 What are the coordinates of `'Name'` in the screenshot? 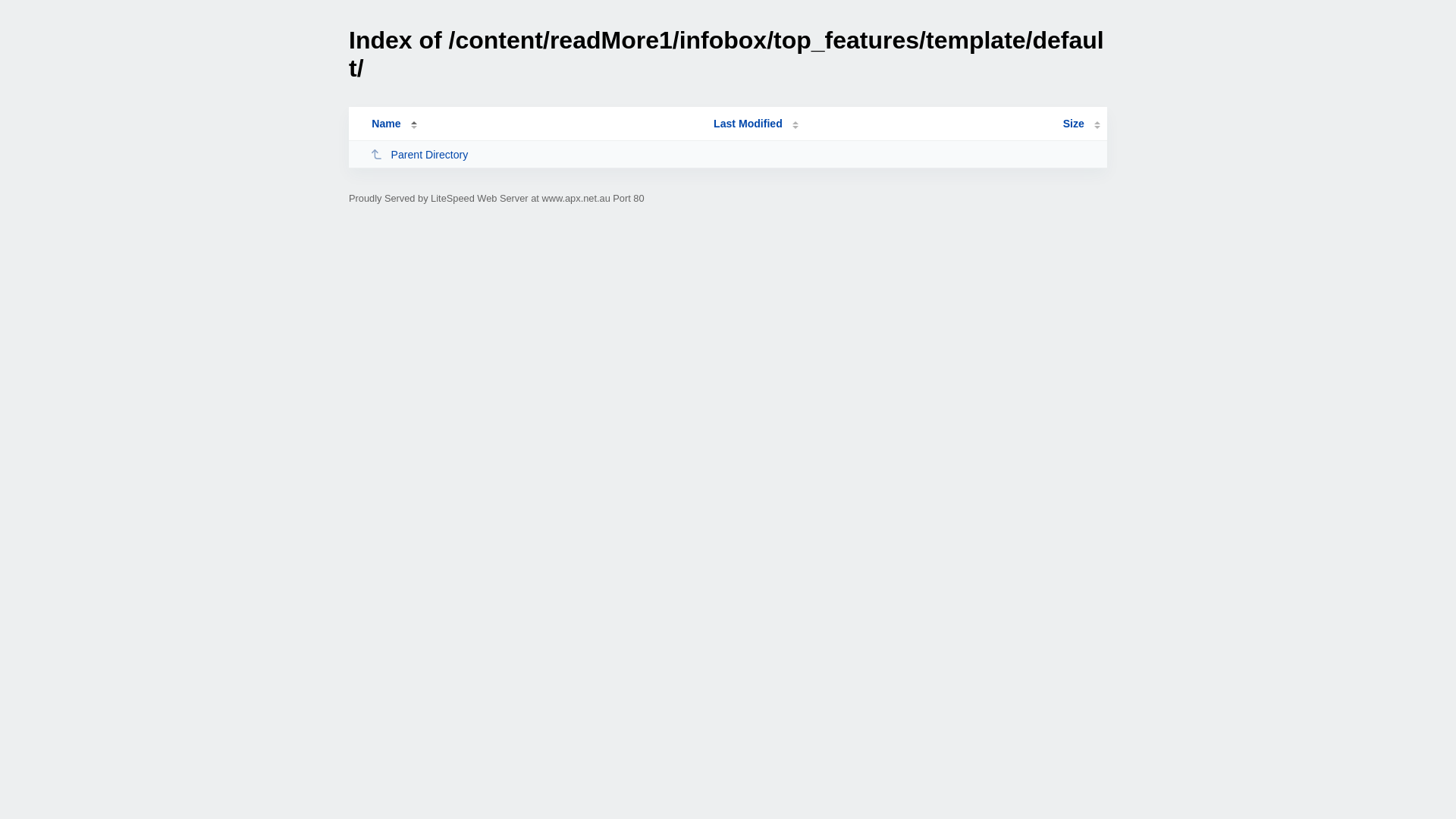 It's located at (385, 122).